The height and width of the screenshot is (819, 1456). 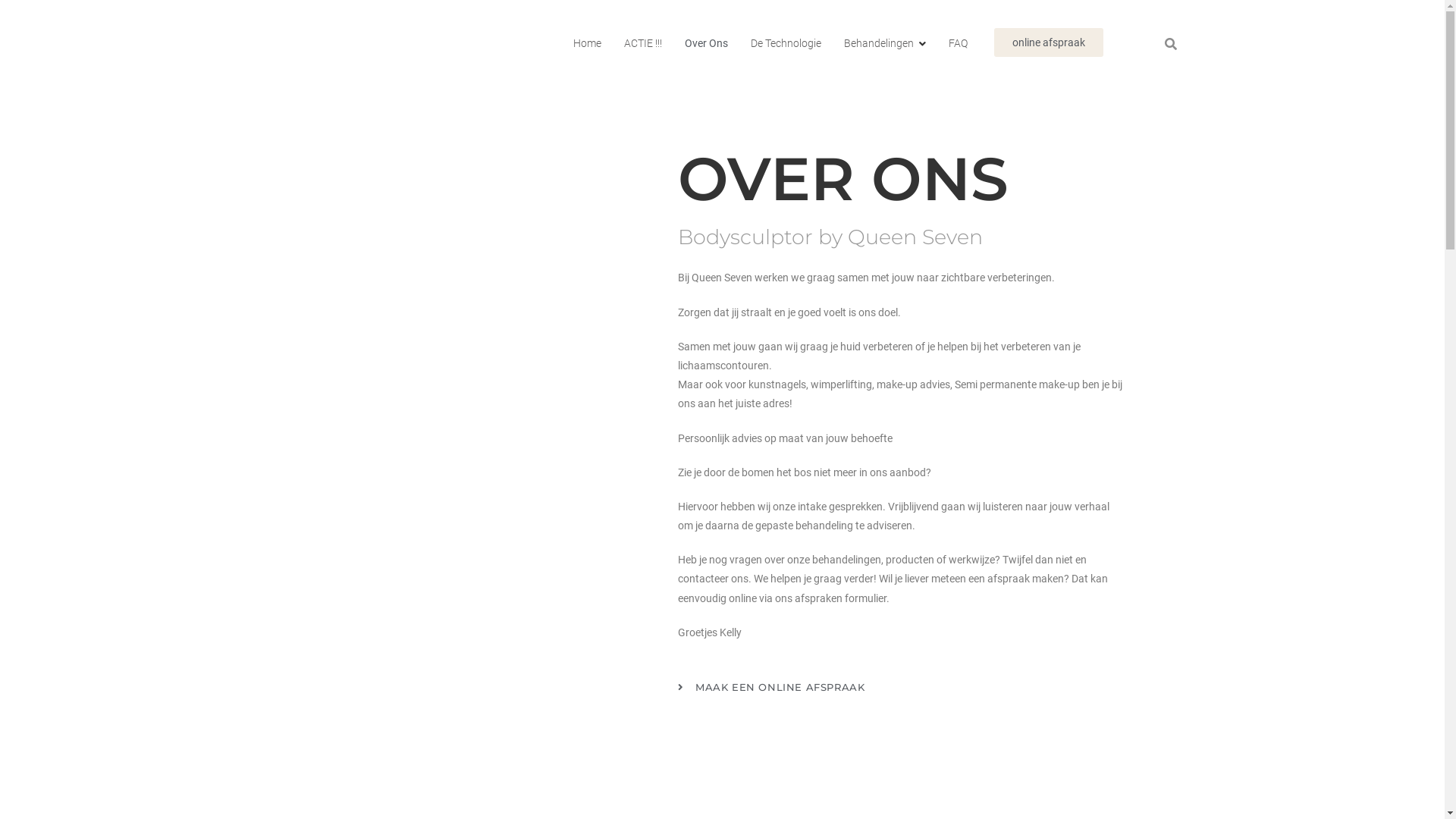 I want to click on 'online afspraak', so click(x=1047, y=42).